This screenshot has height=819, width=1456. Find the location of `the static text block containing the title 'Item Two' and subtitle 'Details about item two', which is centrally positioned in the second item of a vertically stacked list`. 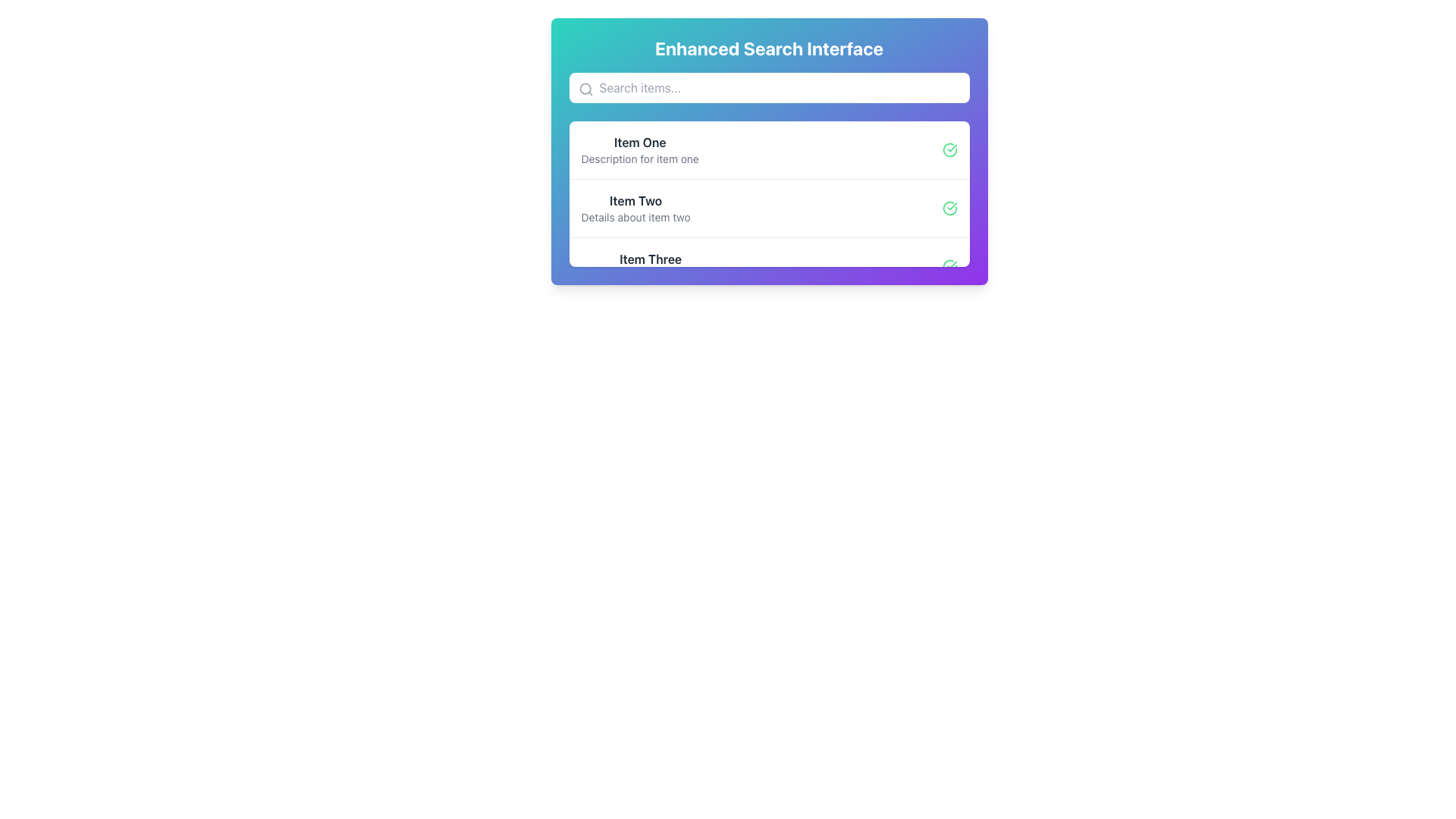

the static text block containing the title 'Item Two' and subtitle 'Details about item two', which is centrally positioned in the second item of a vertically stacked list is located at coordinates (635, 208).